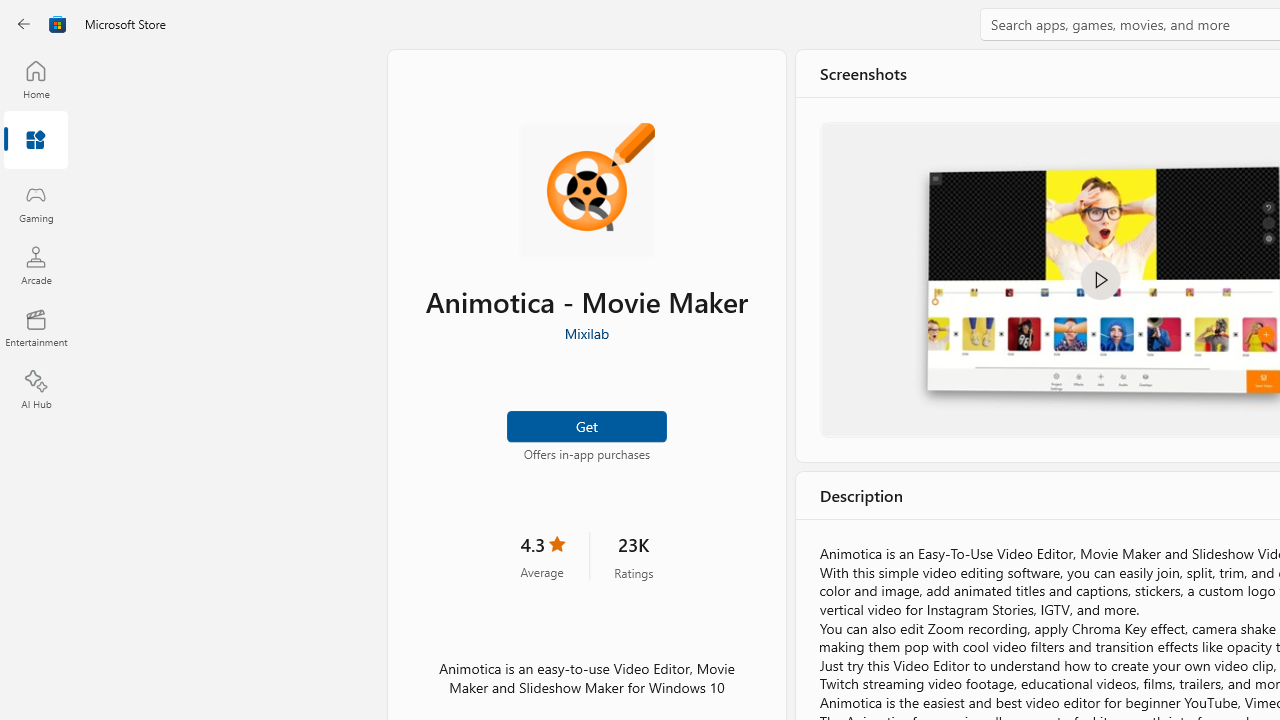 The width and height of the screenshot is (1280, 720). Describe the element at coordinates (585, 424) in the screenshot. I see `'Get'` at that location.